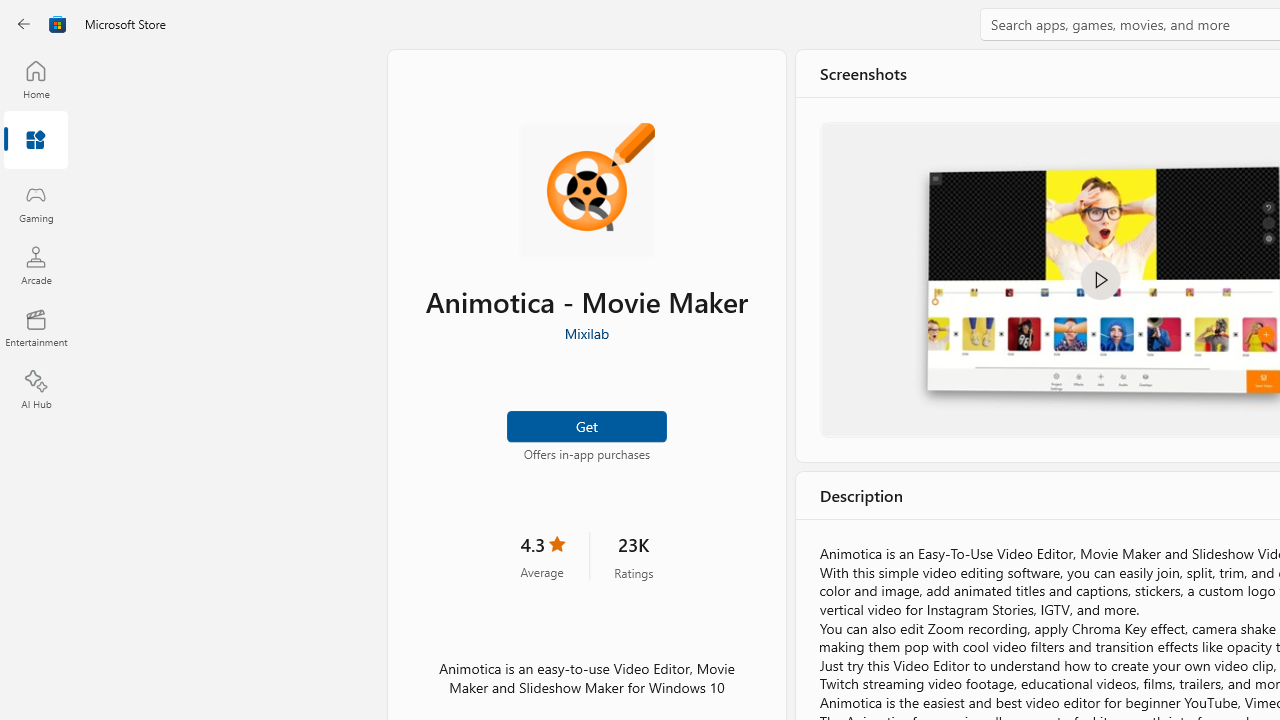 The width and height of the screenshot is (1280, 720). Describe the element at coordinates (585, 424) in the screenshot. I see `'Get'` at that location.